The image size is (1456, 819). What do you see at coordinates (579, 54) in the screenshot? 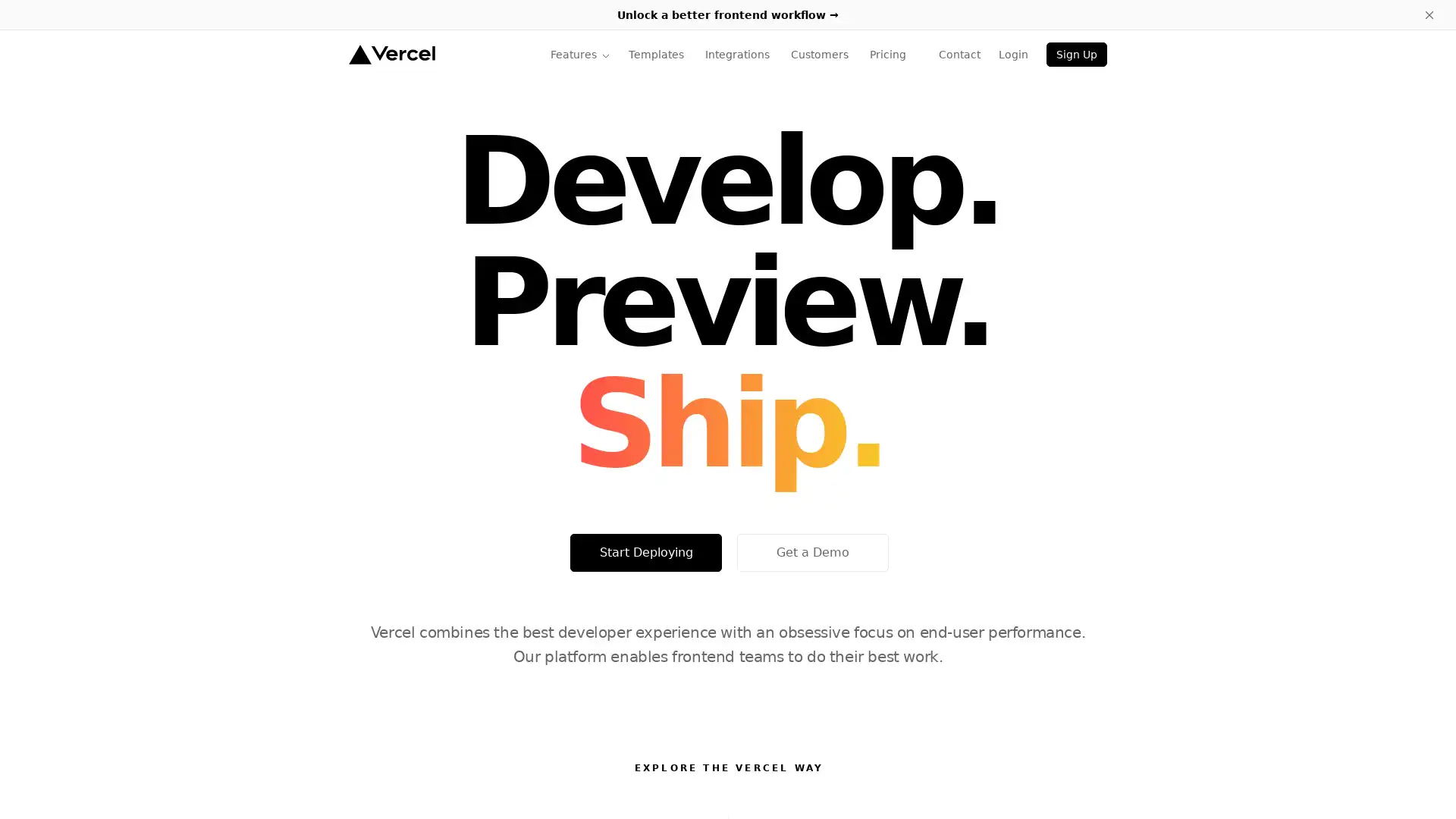
I see `Features` at bounding box center [579, 54].